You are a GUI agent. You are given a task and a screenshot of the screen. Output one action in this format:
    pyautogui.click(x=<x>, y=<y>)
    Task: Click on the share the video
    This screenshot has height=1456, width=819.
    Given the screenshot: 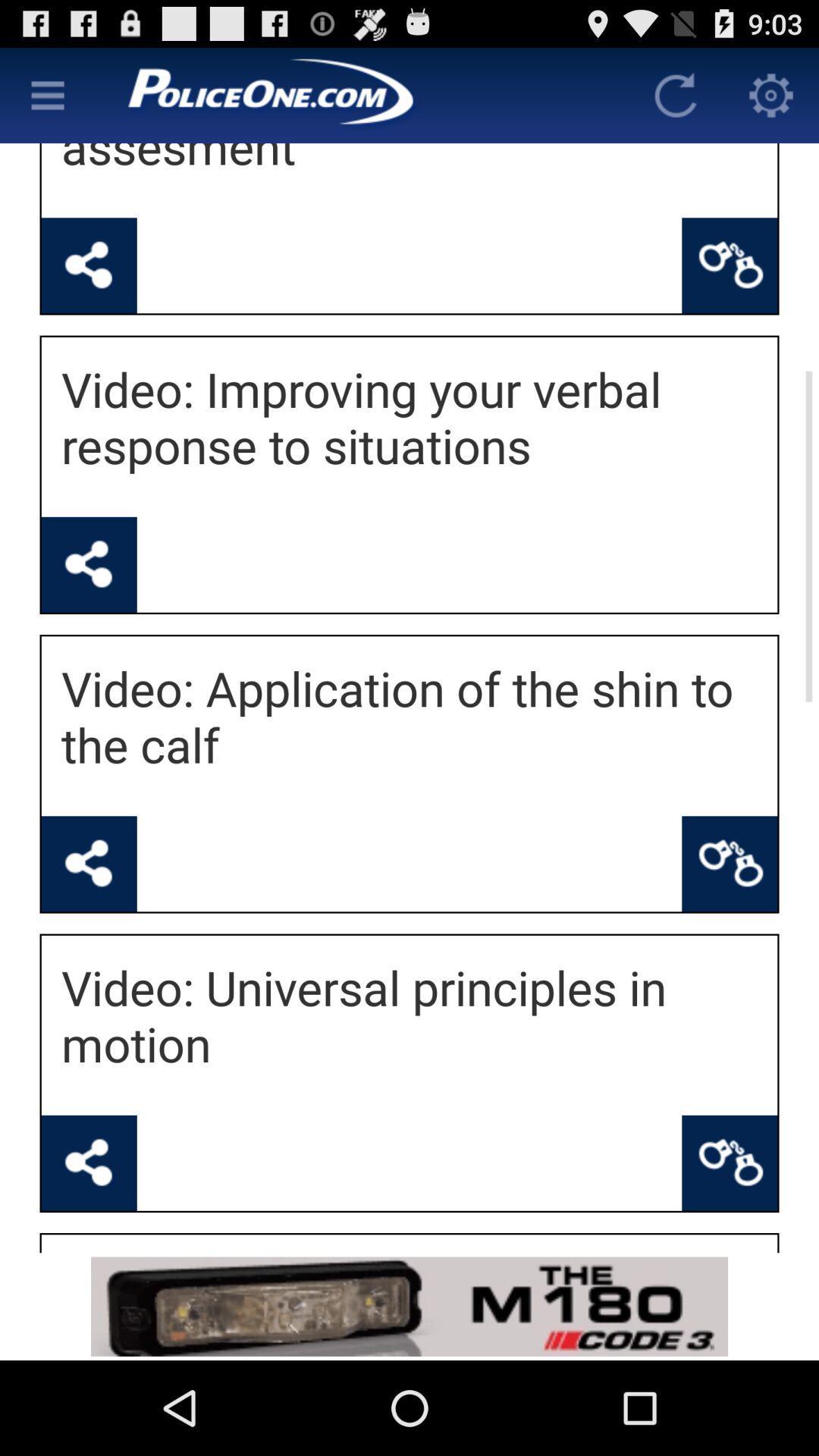 What is the action you would take?
    pyautogui.click(x=89, y=265)
    